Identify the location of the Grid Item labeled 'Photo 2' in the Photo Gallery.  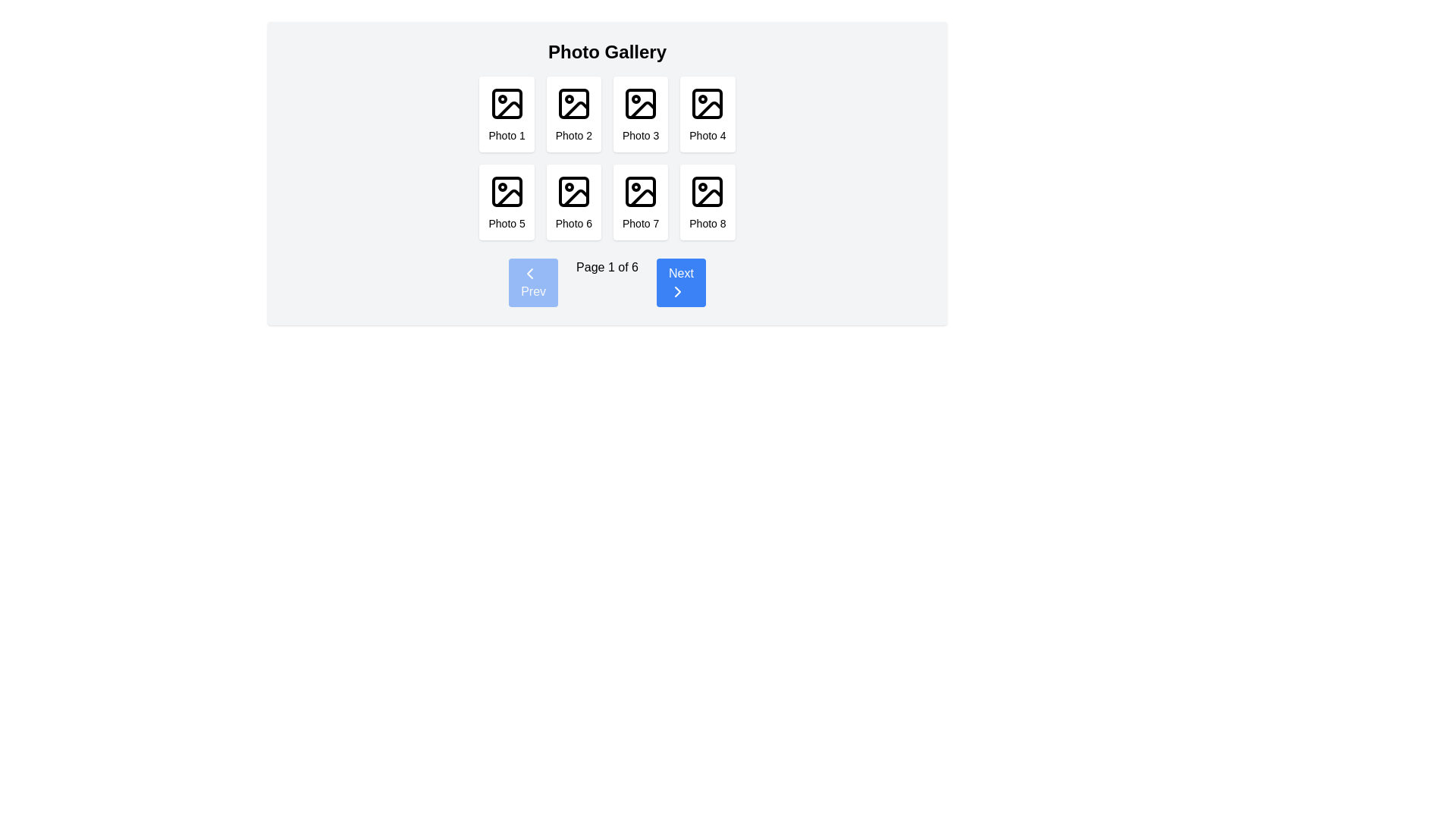
(573, 113).